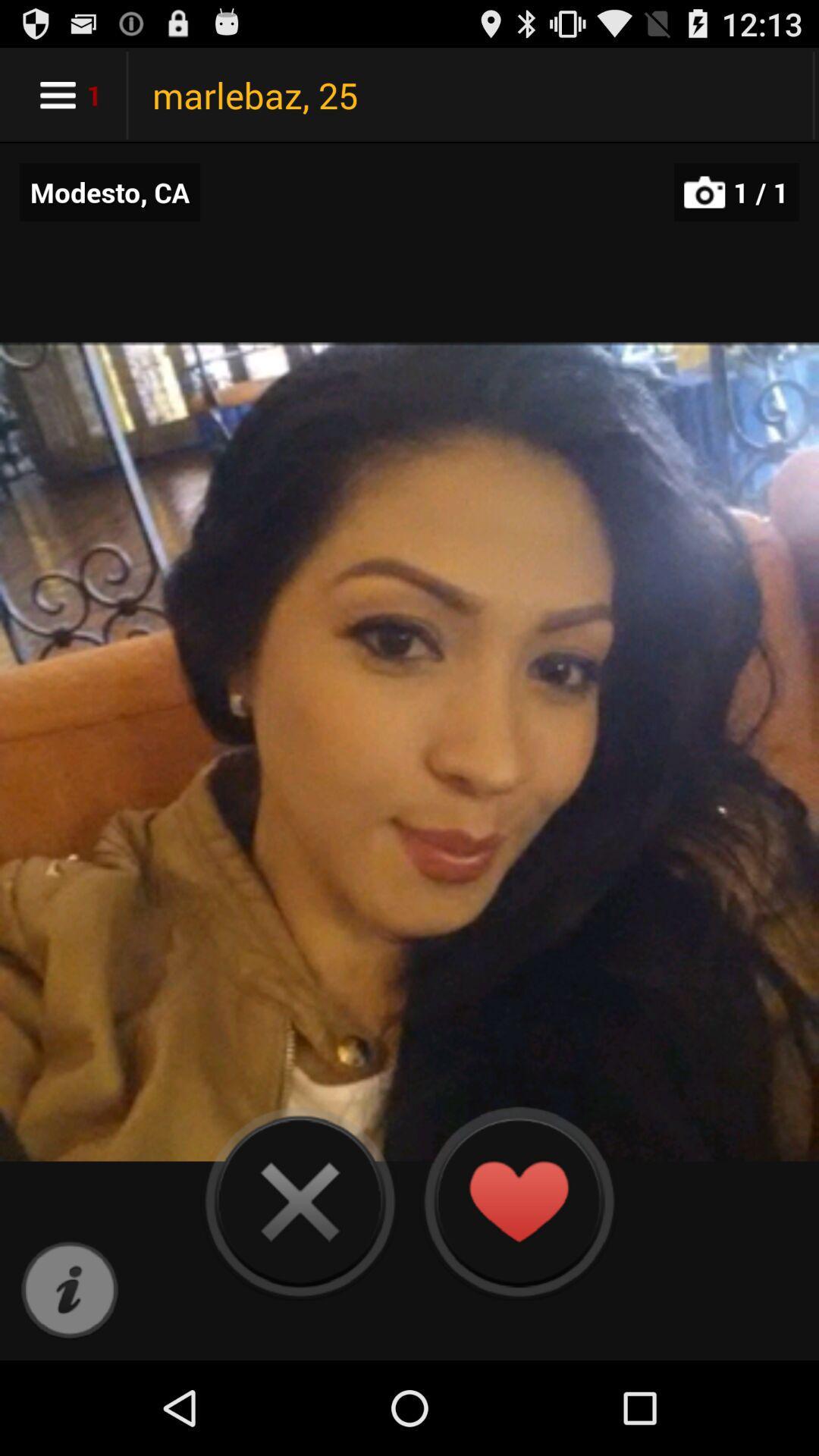  I want to click on app below modesto, ca app, so click(69, 1290).